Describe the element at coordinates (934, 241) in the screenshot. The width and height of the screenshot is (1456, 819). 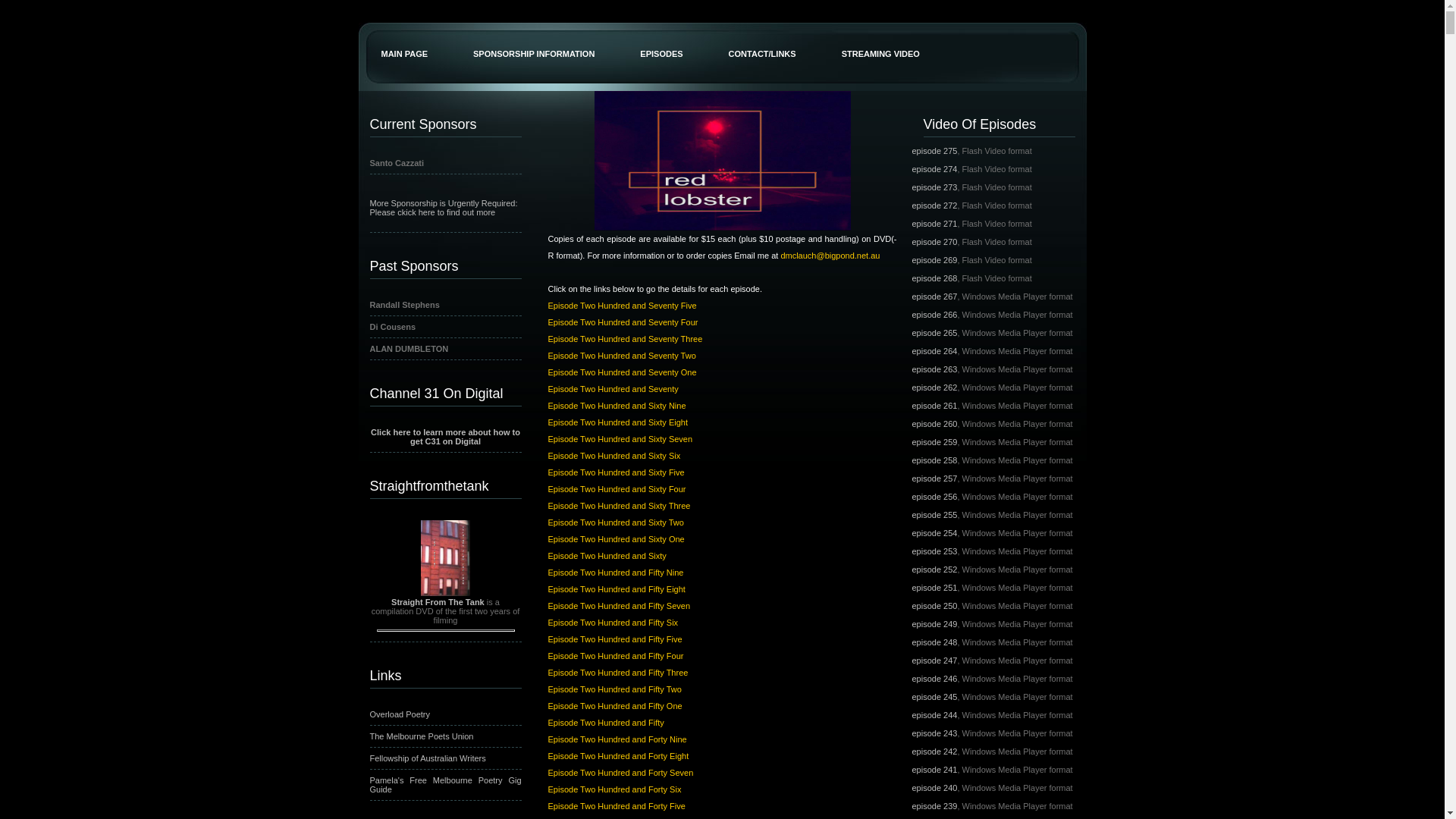
I see `'episode 270'` at that location.